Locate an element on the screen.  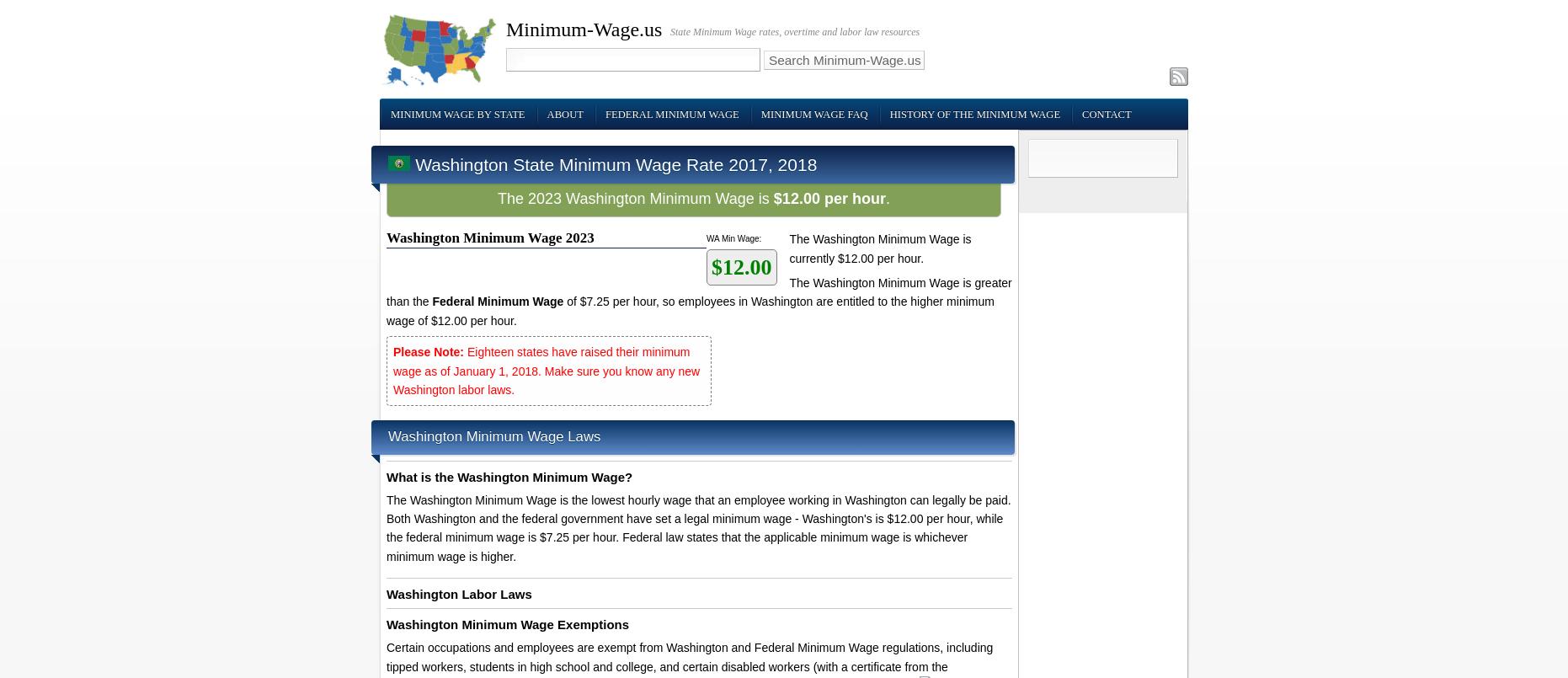
'$12.00 per hour' is located at coordinates (772, 197).